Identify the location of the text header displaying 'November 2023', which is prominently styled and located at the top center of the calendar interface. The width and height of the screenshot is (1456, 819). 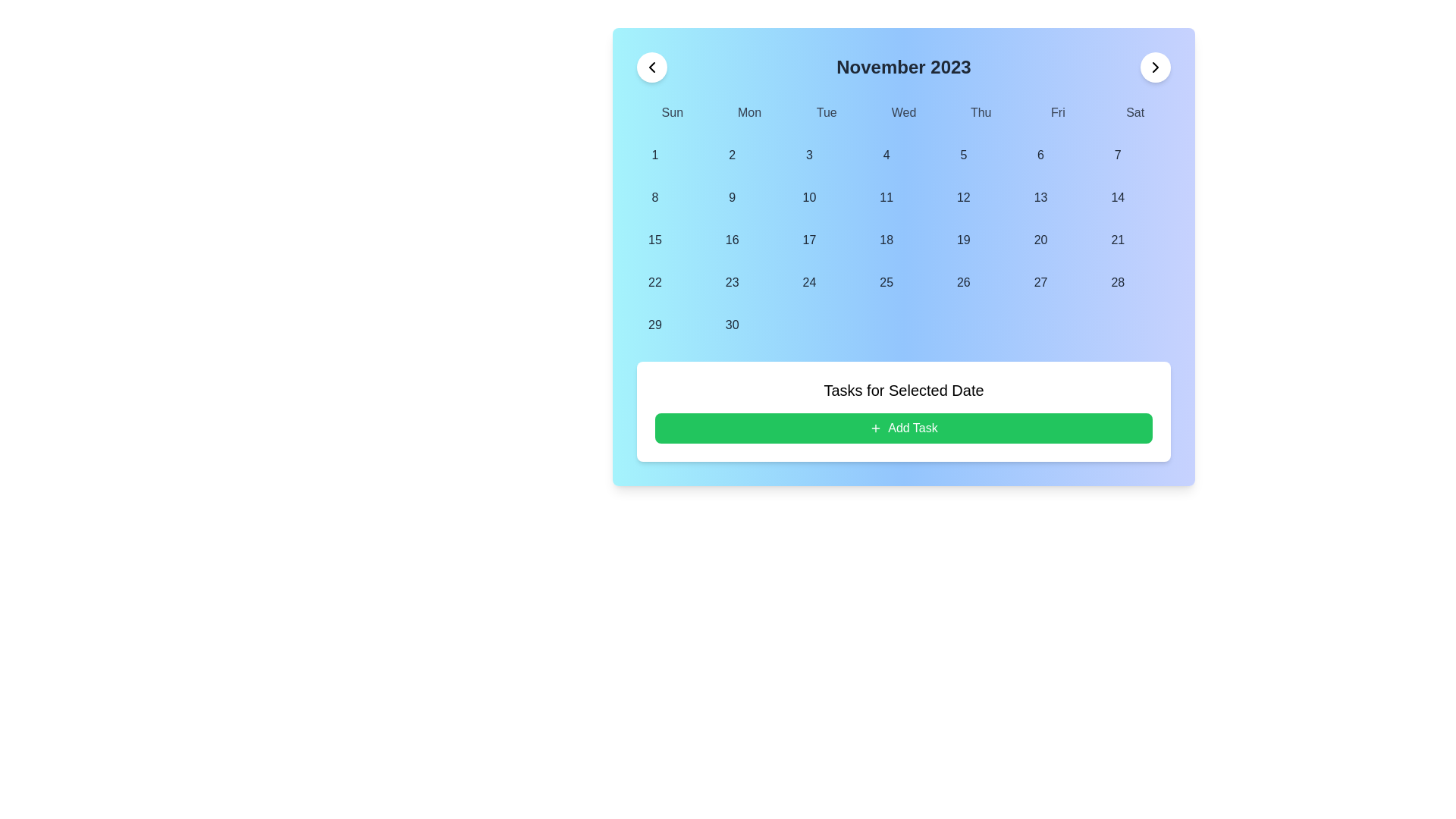
(903, 66).